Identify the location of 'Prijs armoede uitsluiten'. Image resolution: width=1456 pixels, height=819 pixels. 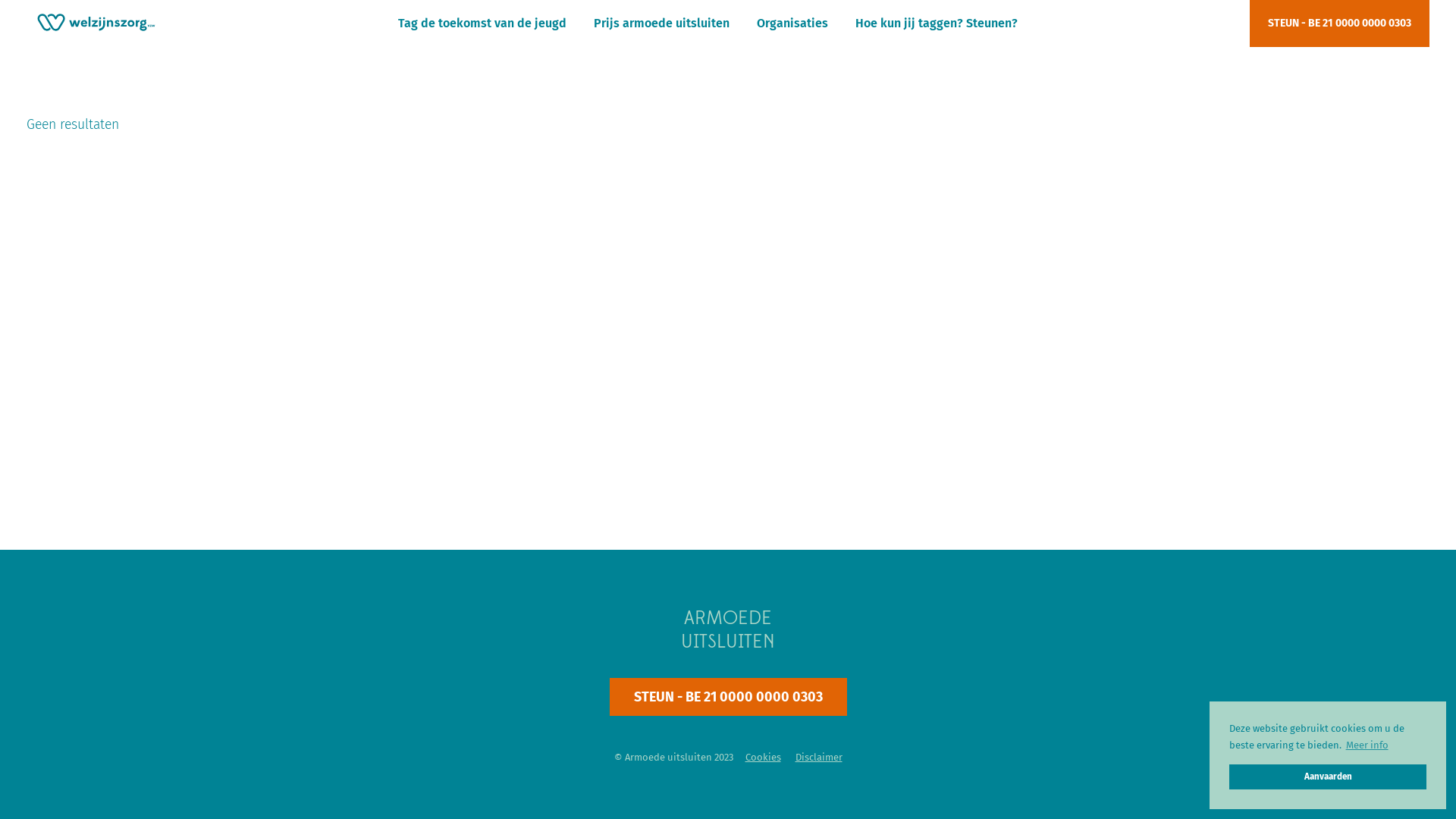
(592, 23).